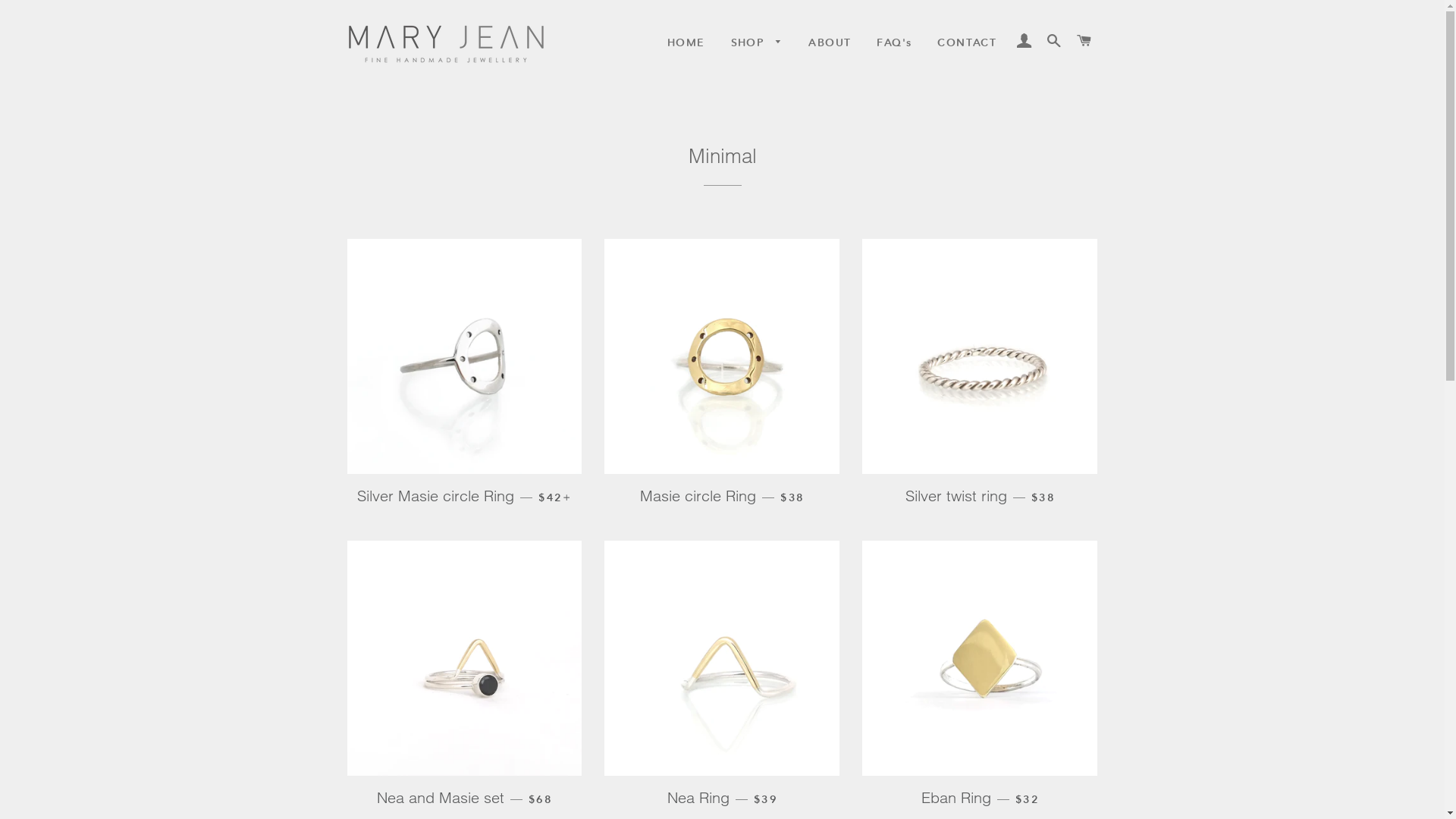 The height and width of the screenshot is (819, 1456). Describe the element at coordinates (1024, 40) in the screenshot. I see `'Log In'` at that location.